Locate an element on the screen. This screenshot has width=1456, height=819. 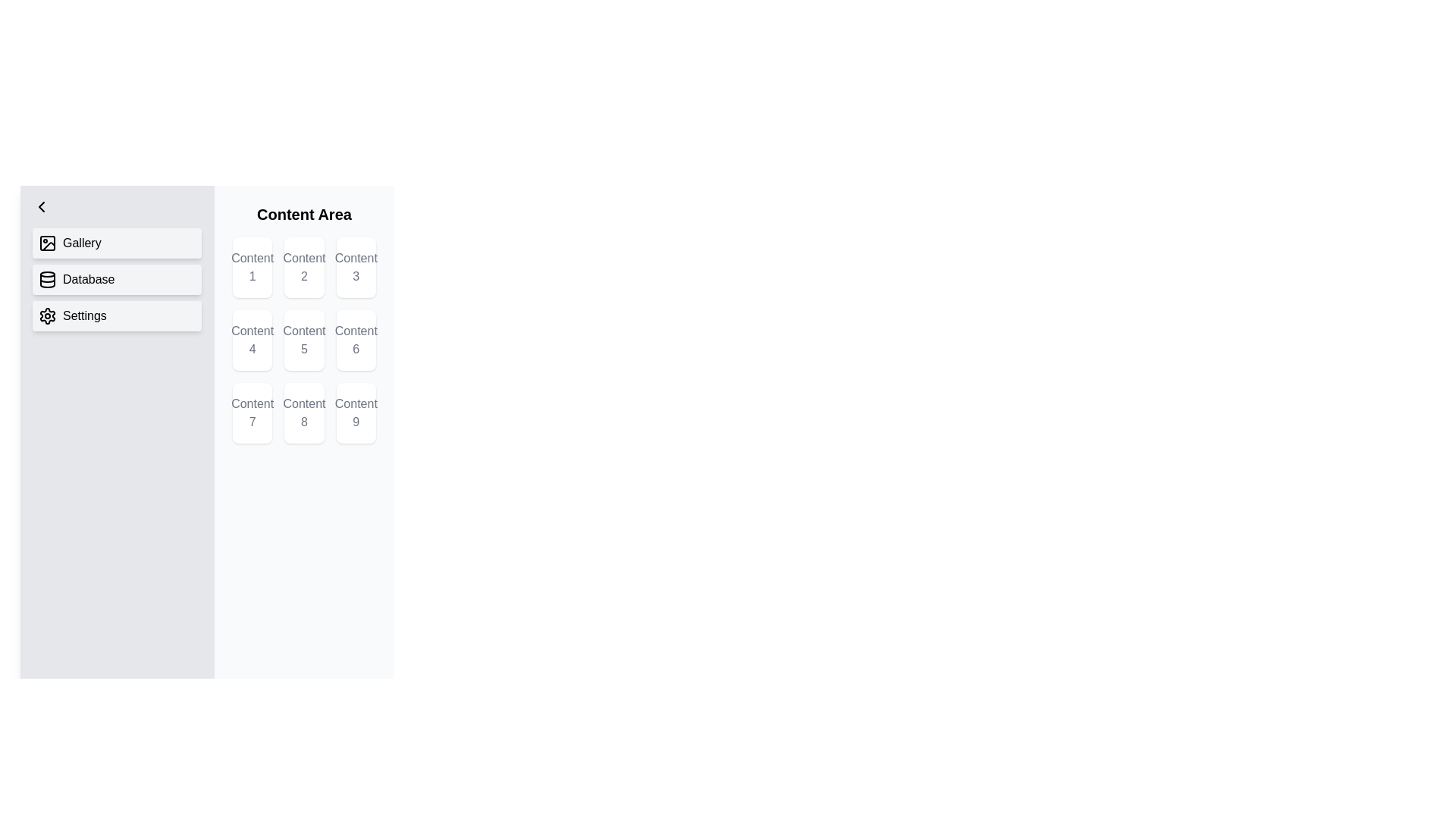
the white, rounded rectangle Label or Placeholder containing the text 'Content 6' is located at coordinates (355, 339).